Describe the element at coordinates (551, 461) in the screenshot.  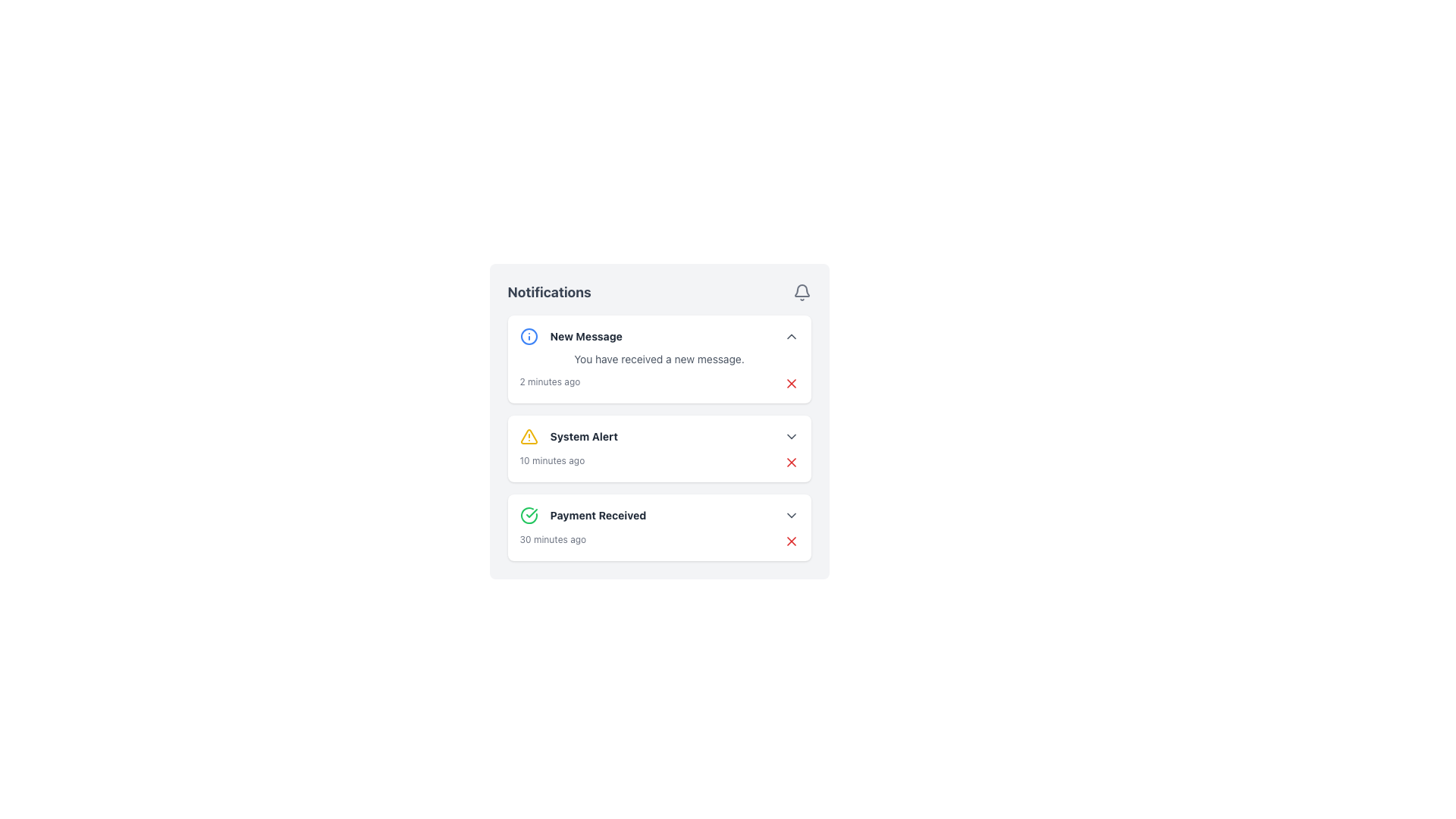
I see `the timestamp text label located in the notification panel under the 'System Alert' title` at that location.